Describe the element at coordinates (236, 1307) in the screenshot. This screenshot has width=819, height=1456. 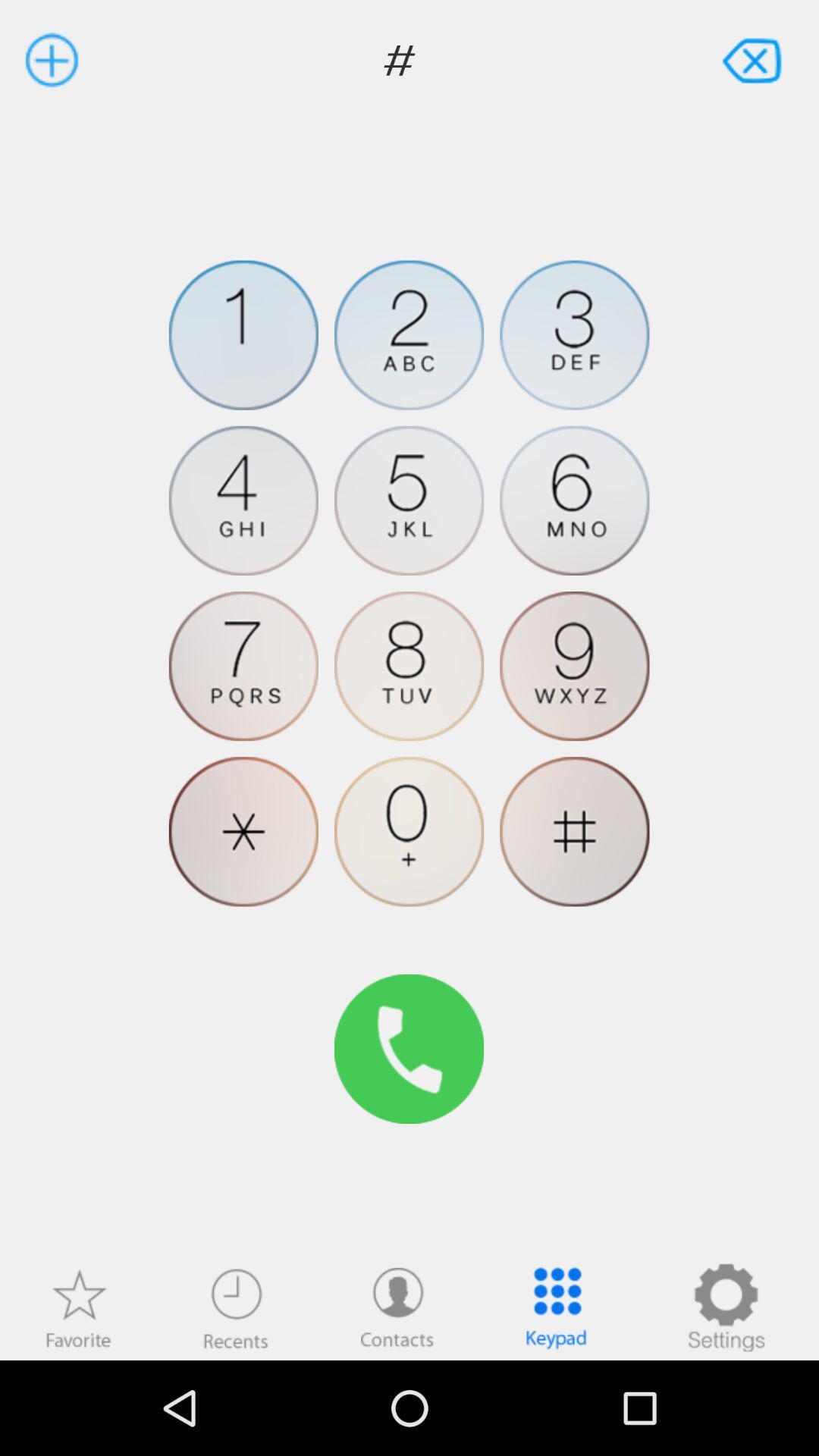
I see `recent calls` at that location.